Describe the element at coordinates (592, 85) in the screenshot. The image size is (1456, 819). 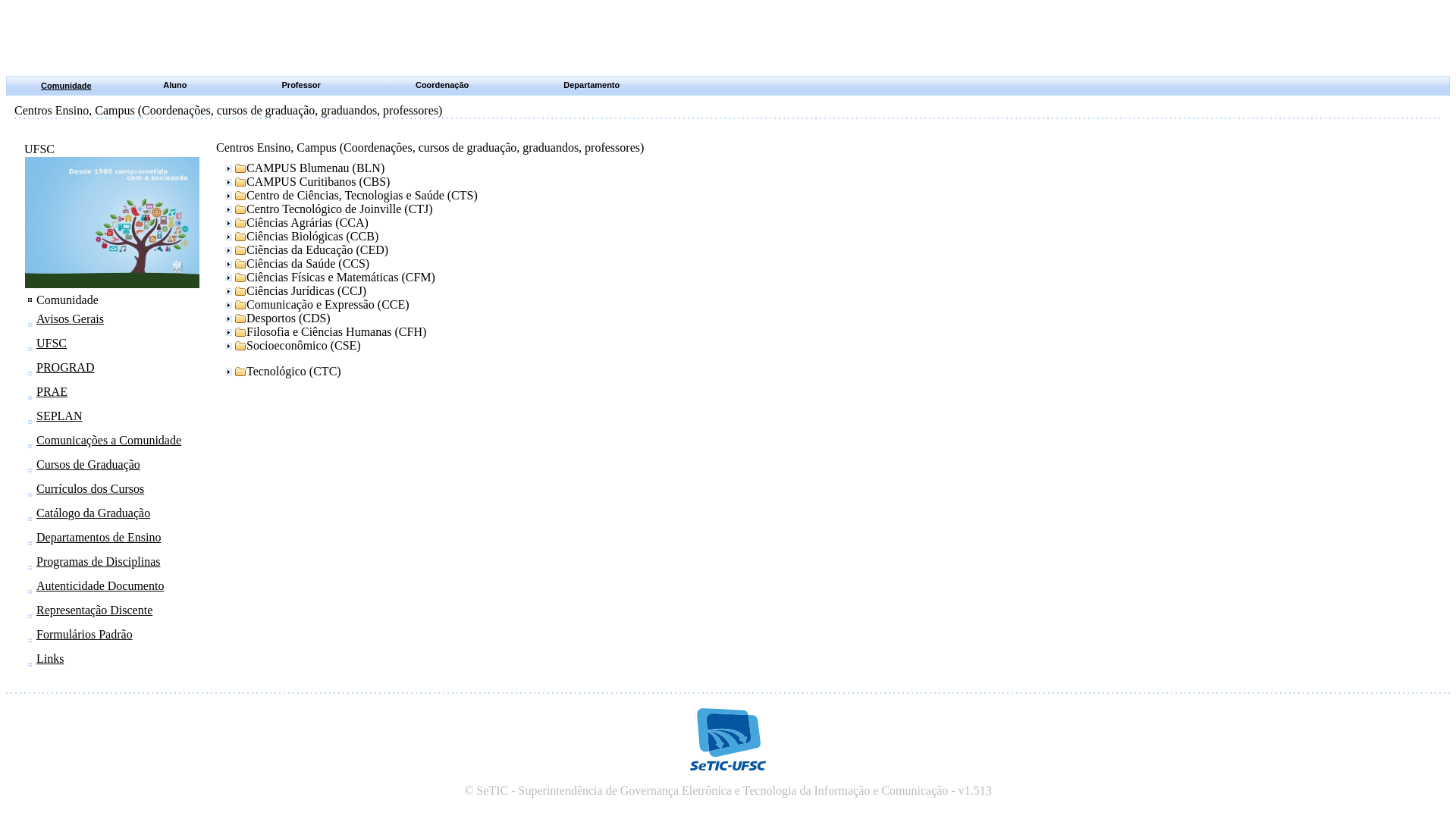
I see `'Departamento'` at that location.